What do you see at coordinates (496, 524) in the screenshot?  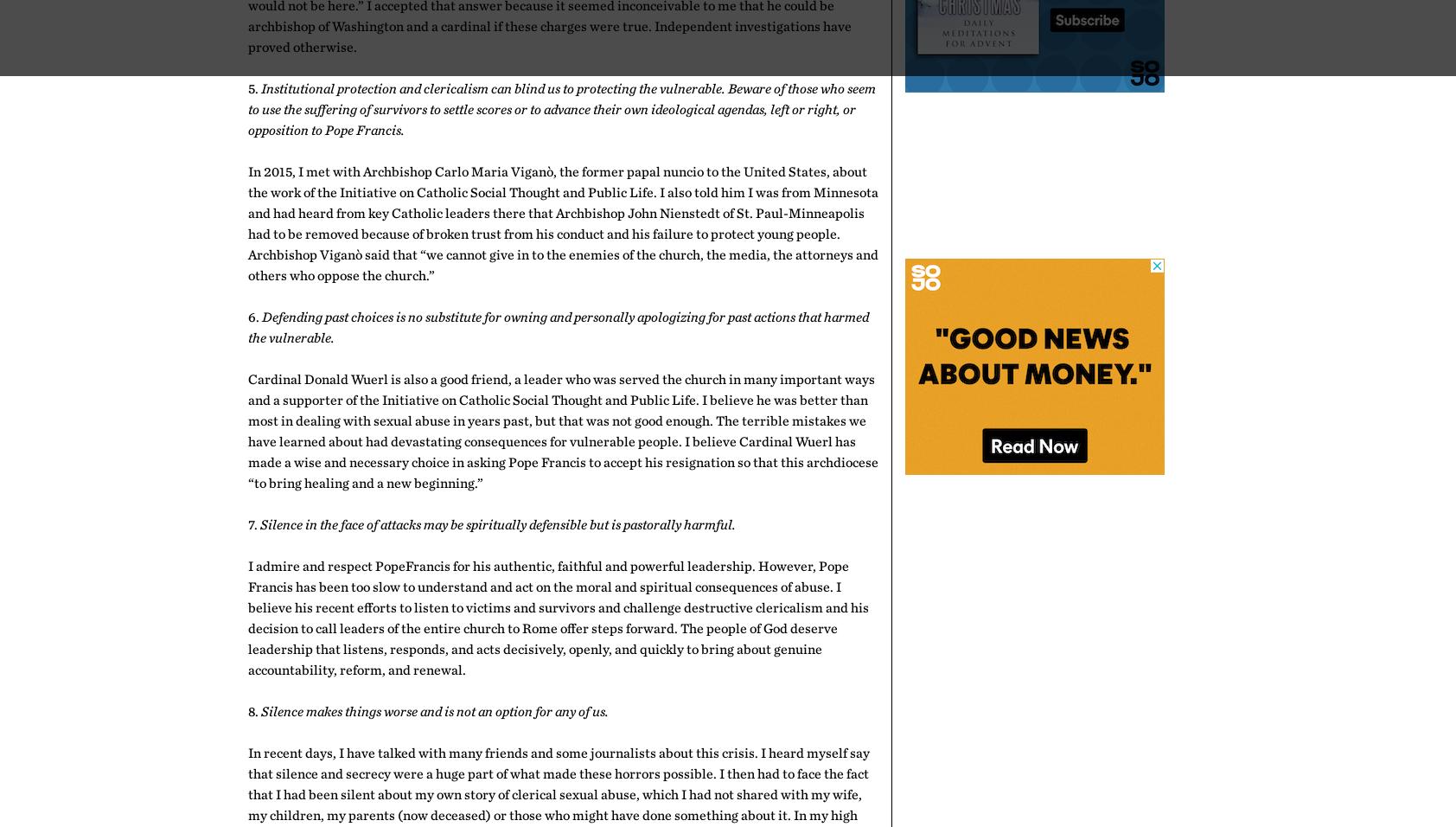 I see `'Silence in the face of attacks may be spiritually defensible but is pastorally harmful.'` at bounding box center [496, 524].